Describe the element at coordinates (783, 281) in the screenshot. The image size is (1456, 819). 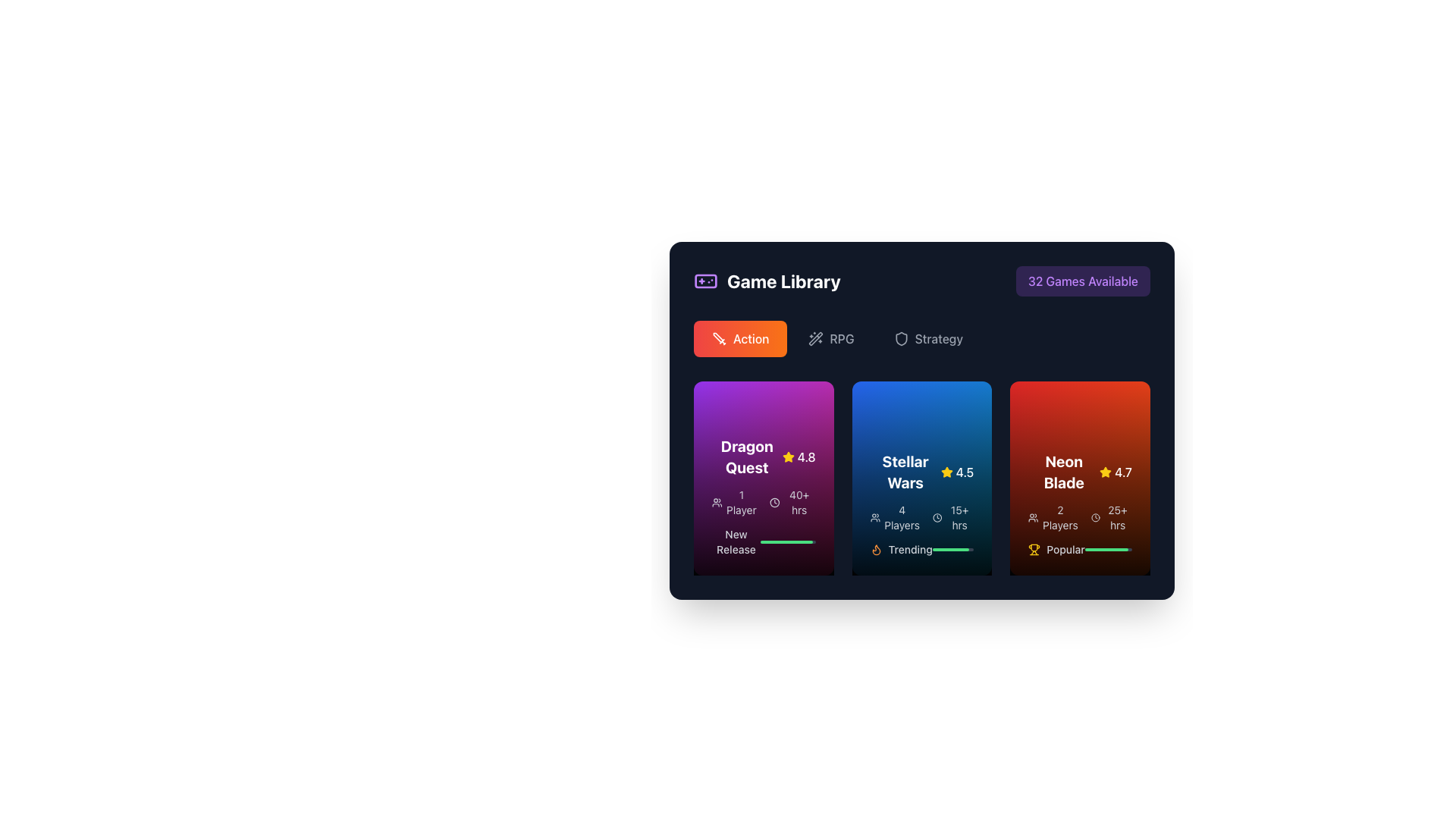
I see `the header text label located to the right of the purple game controller icon and left of the '32 Games Available' badge in the game options section of the interface` at that location.